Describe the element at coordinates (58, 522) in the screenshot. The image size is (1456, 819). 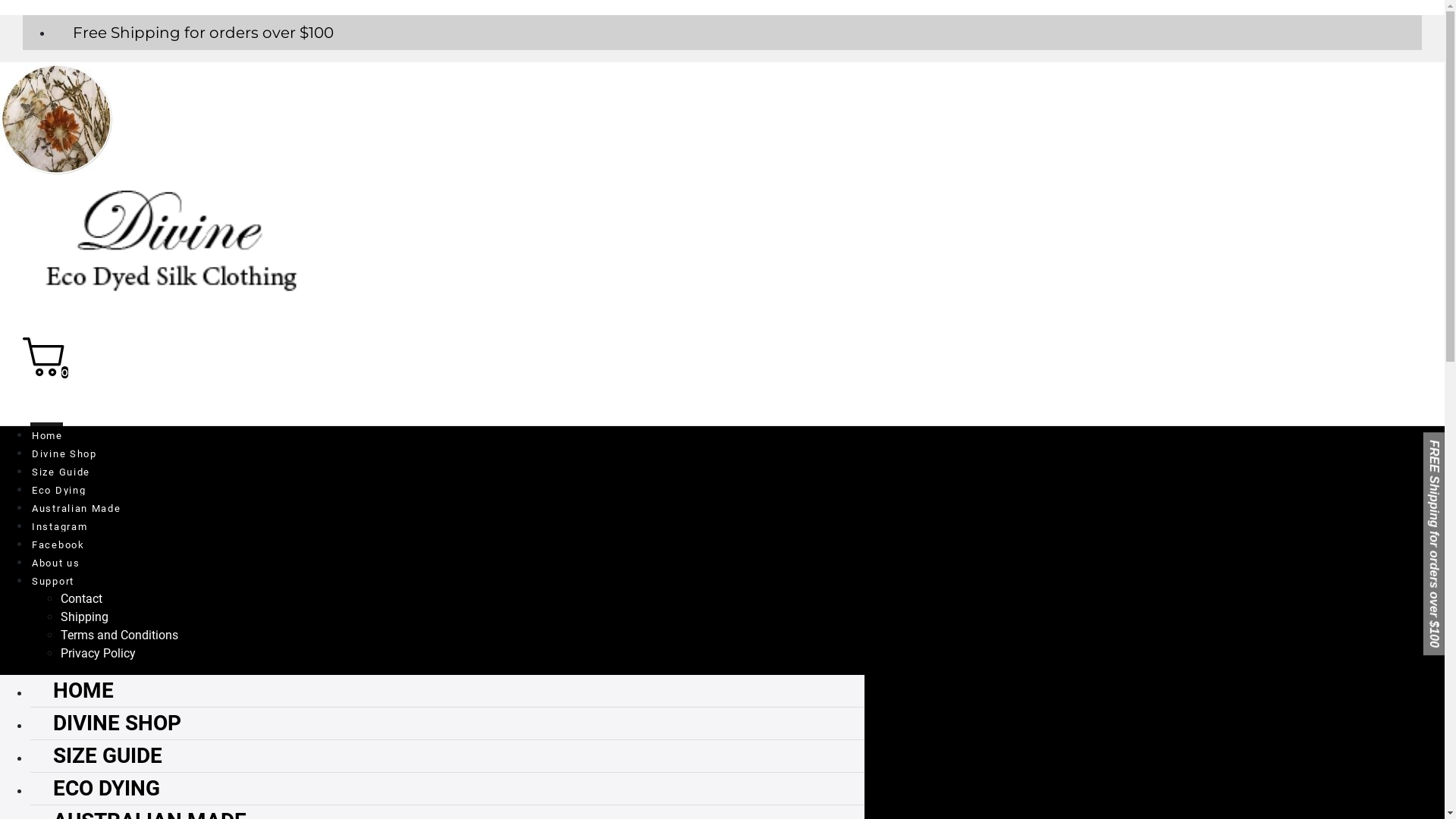
I see `'Instagram'` at that location.